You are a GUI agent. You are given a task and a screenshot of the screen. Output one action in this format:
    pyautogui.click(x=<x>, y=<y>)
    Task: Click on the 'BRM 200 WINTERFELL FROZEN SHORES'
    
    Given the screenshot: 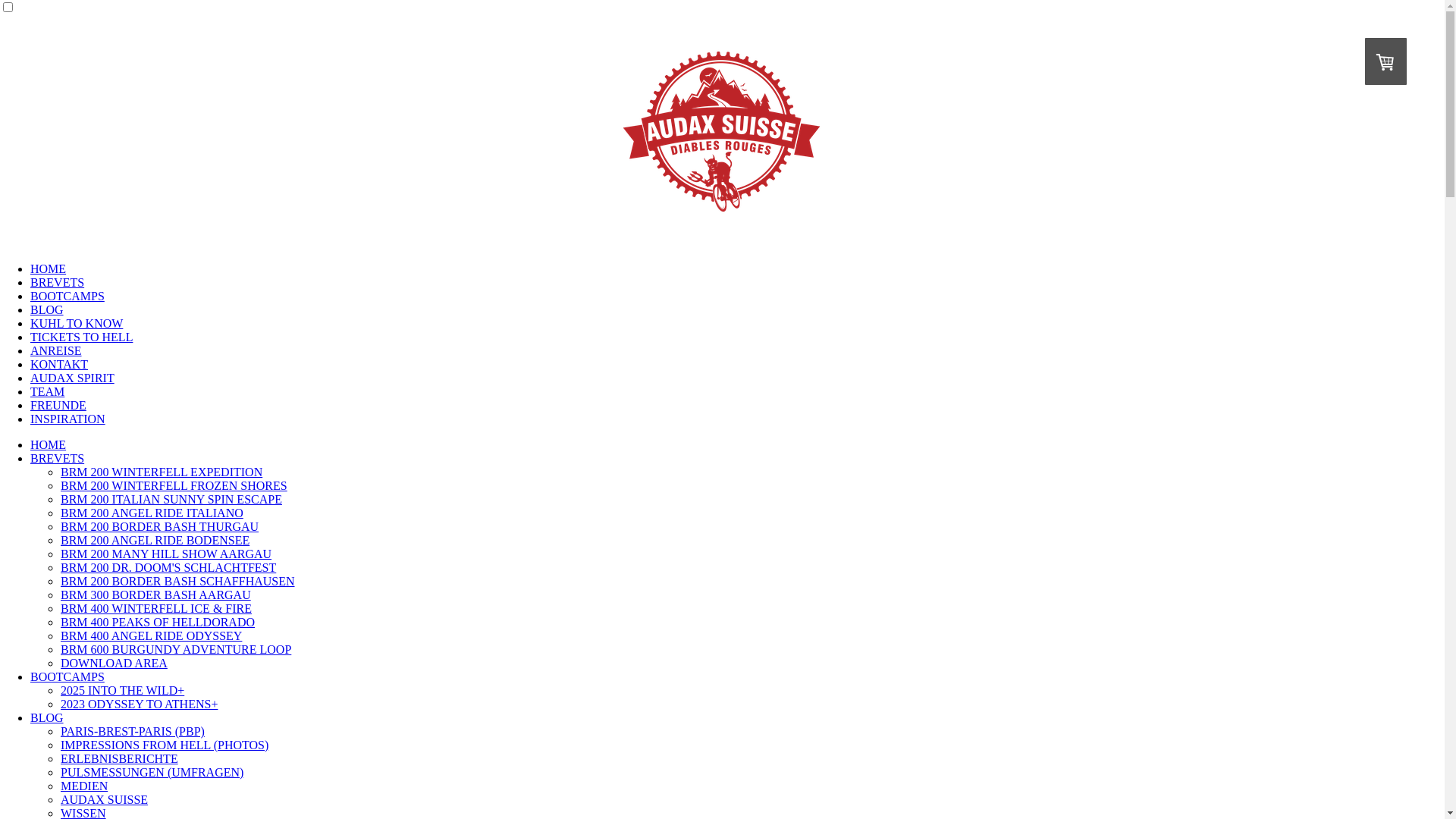 What is the action you would take?
    pyautogui.click(x=174, y=485)
    